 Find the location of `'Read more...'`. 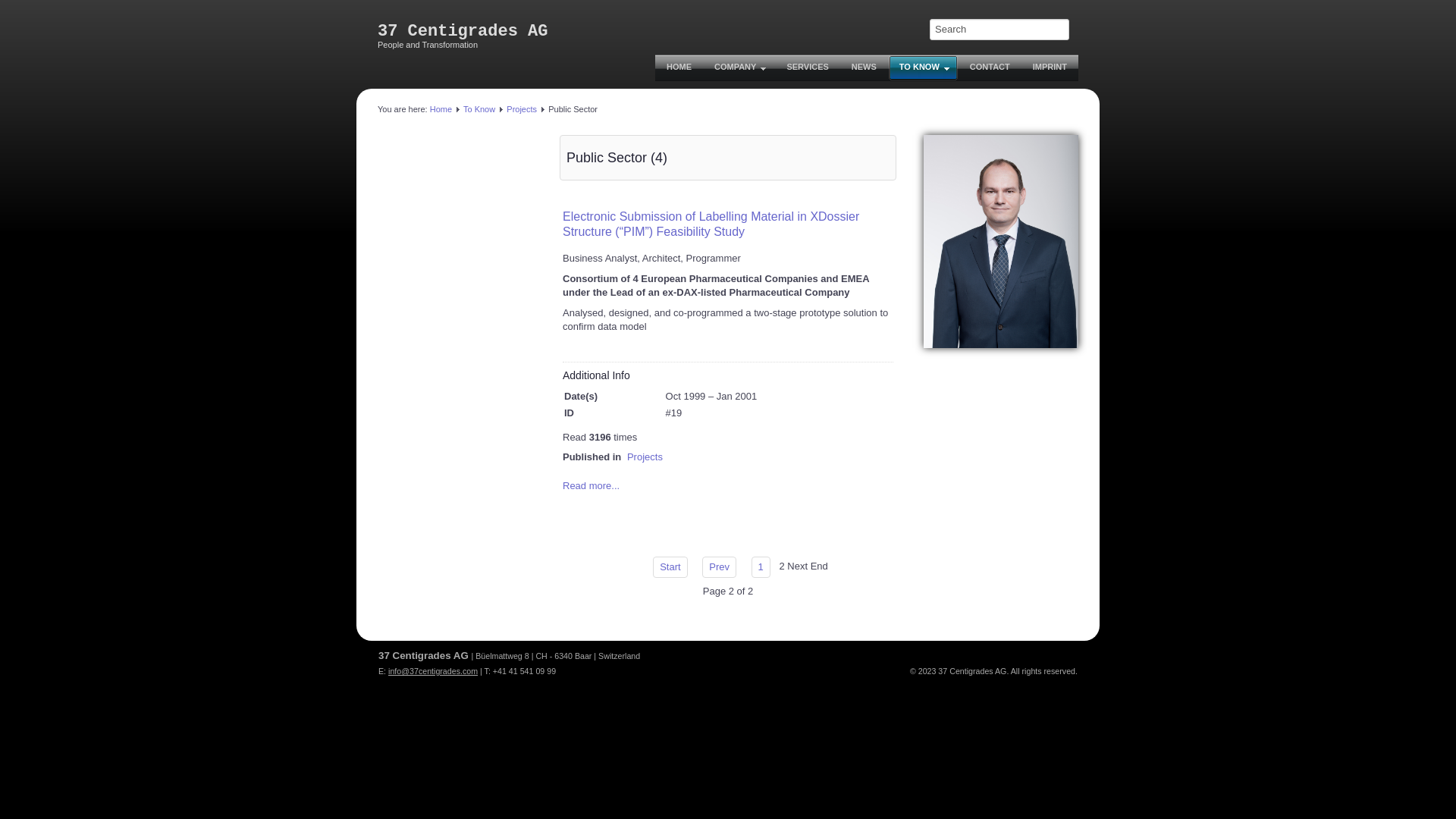

'Read more...' is located at coordinates (590, 485).